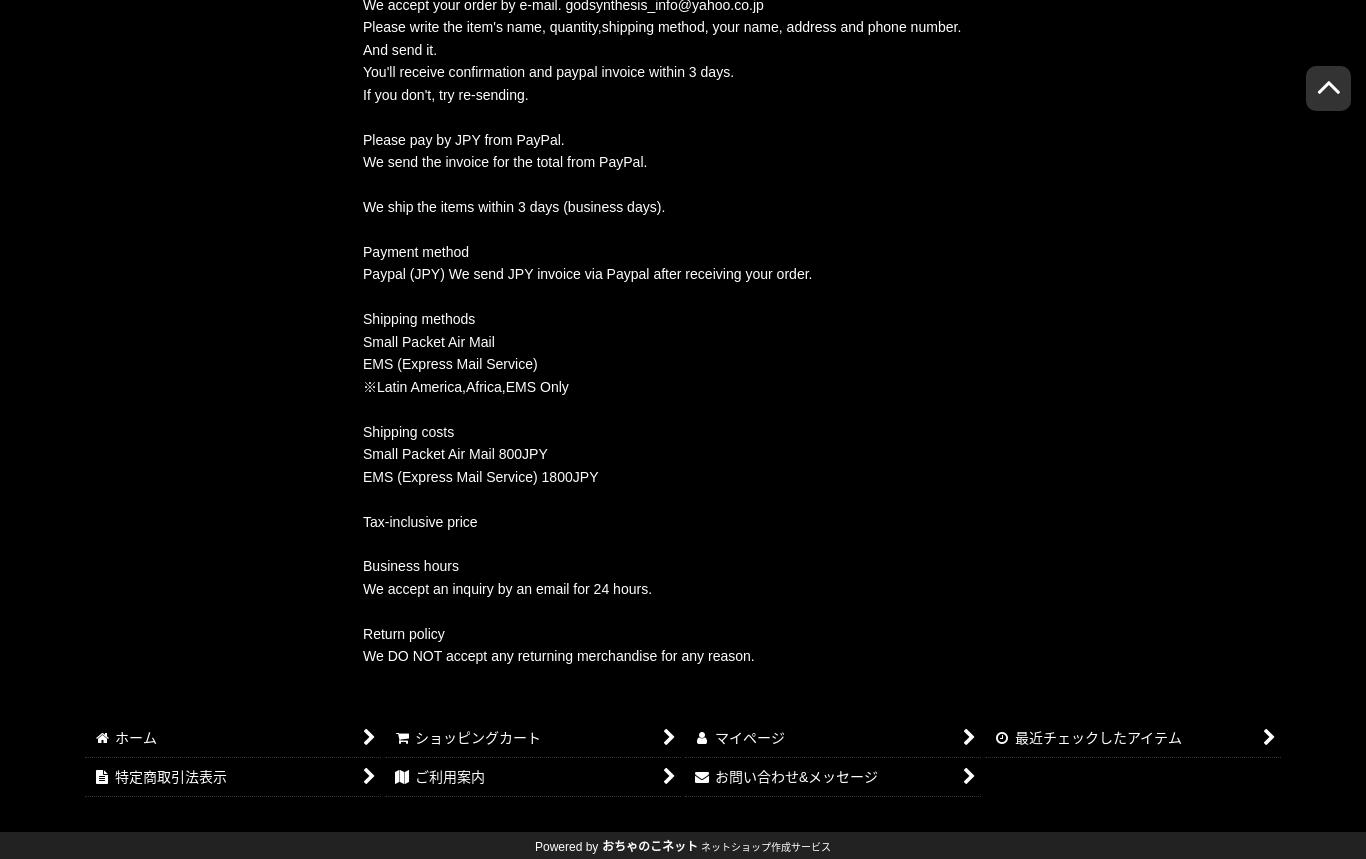  What do you see at coordinates (361, 474) in the screenshot?
I see `'EMS (Express Mail Service) 1800JPY'` at bounding box center [361, 474].